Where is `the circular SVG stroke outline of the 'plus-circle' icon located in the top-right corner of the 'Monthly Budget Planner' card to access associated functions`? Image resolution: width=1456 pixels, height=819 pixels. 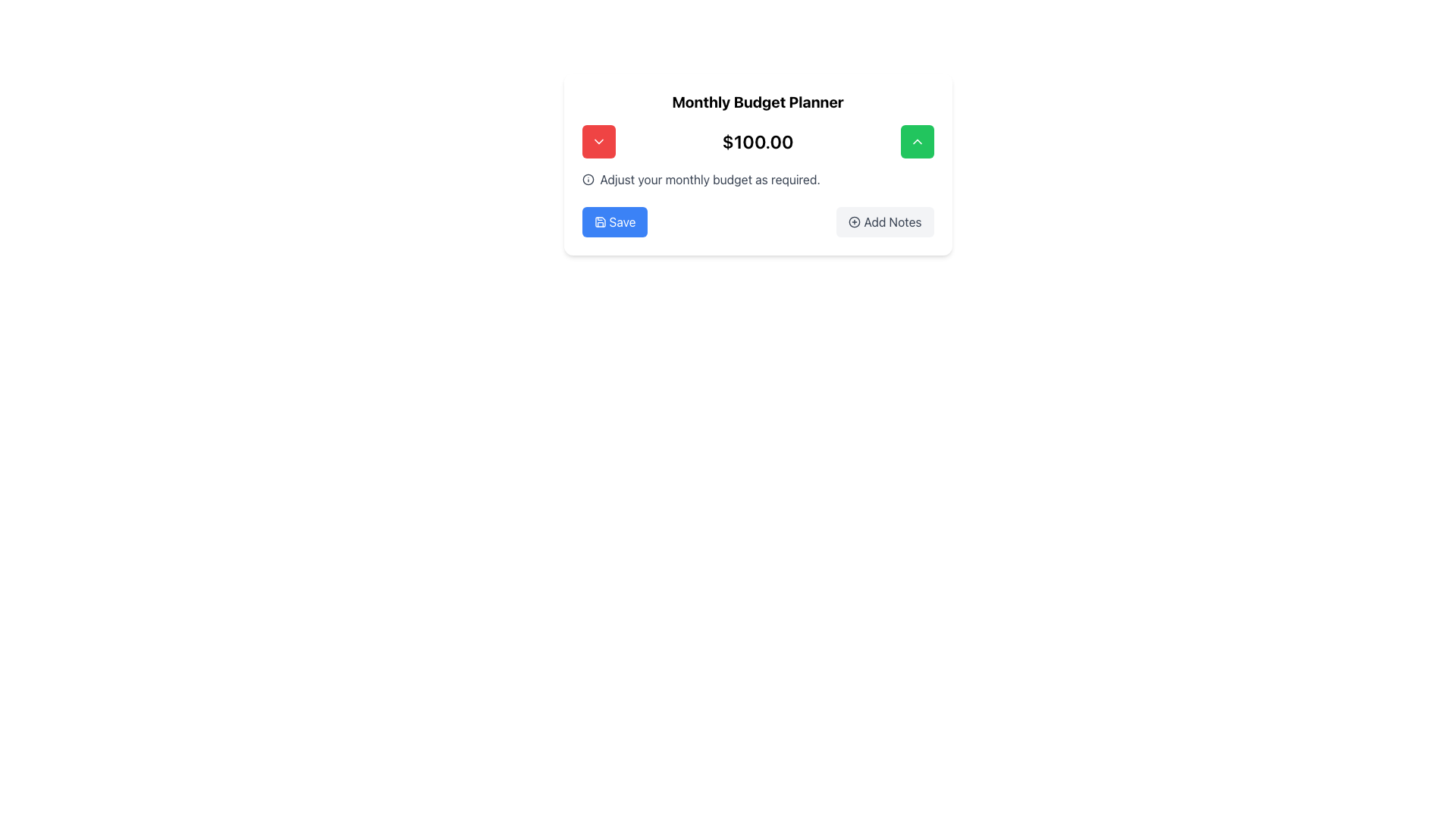
the circular SVG stroke outline of the 'plus-circle' icon located in the top-right corner of the 'Monthly Budget Planner' card to access associated functions is located at coordinates (855, 222).